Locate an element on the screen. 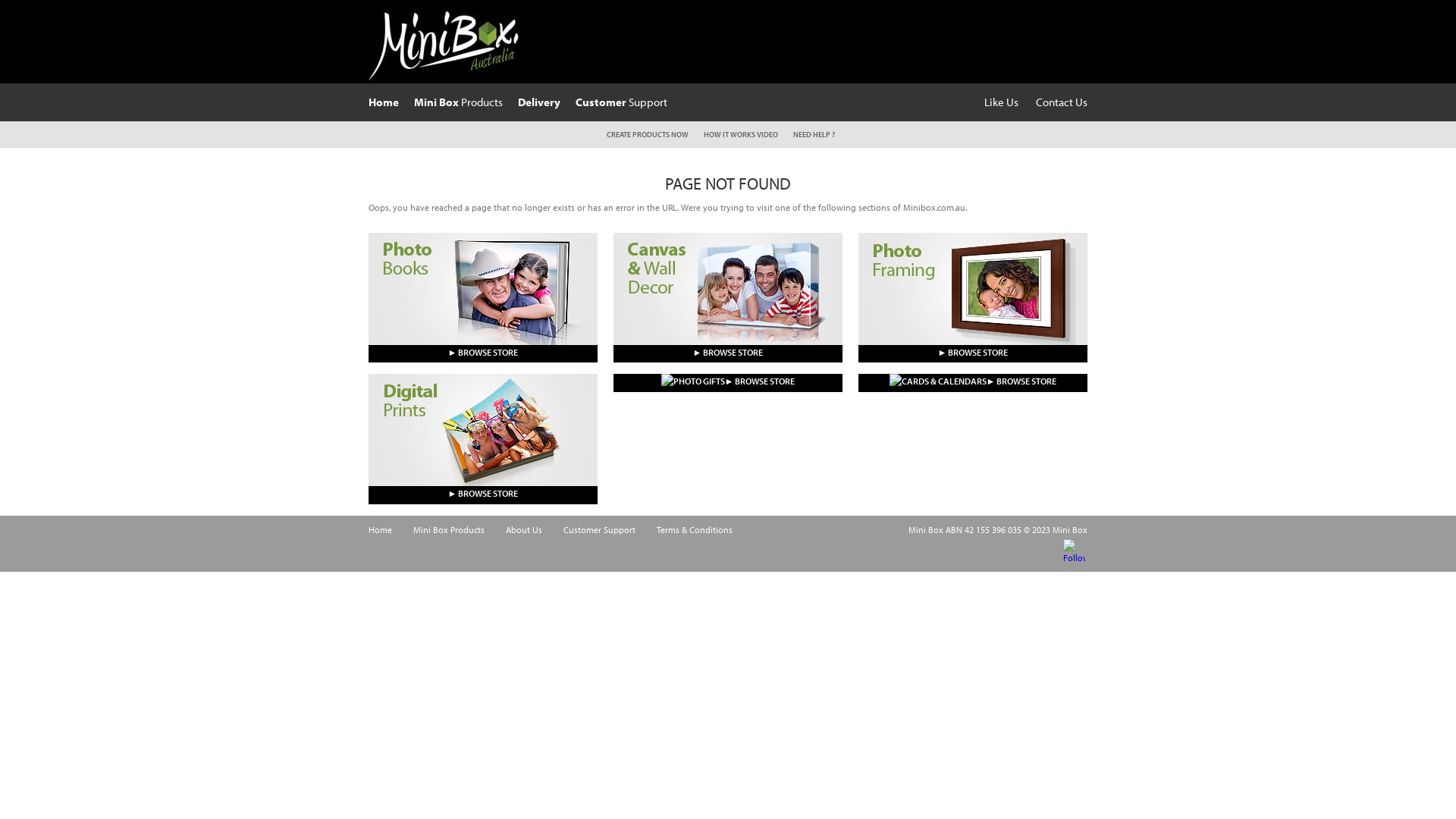 This screenshot has width=1456, height=819. 'Terms & Conditions' is located at coordinates (694, 529).